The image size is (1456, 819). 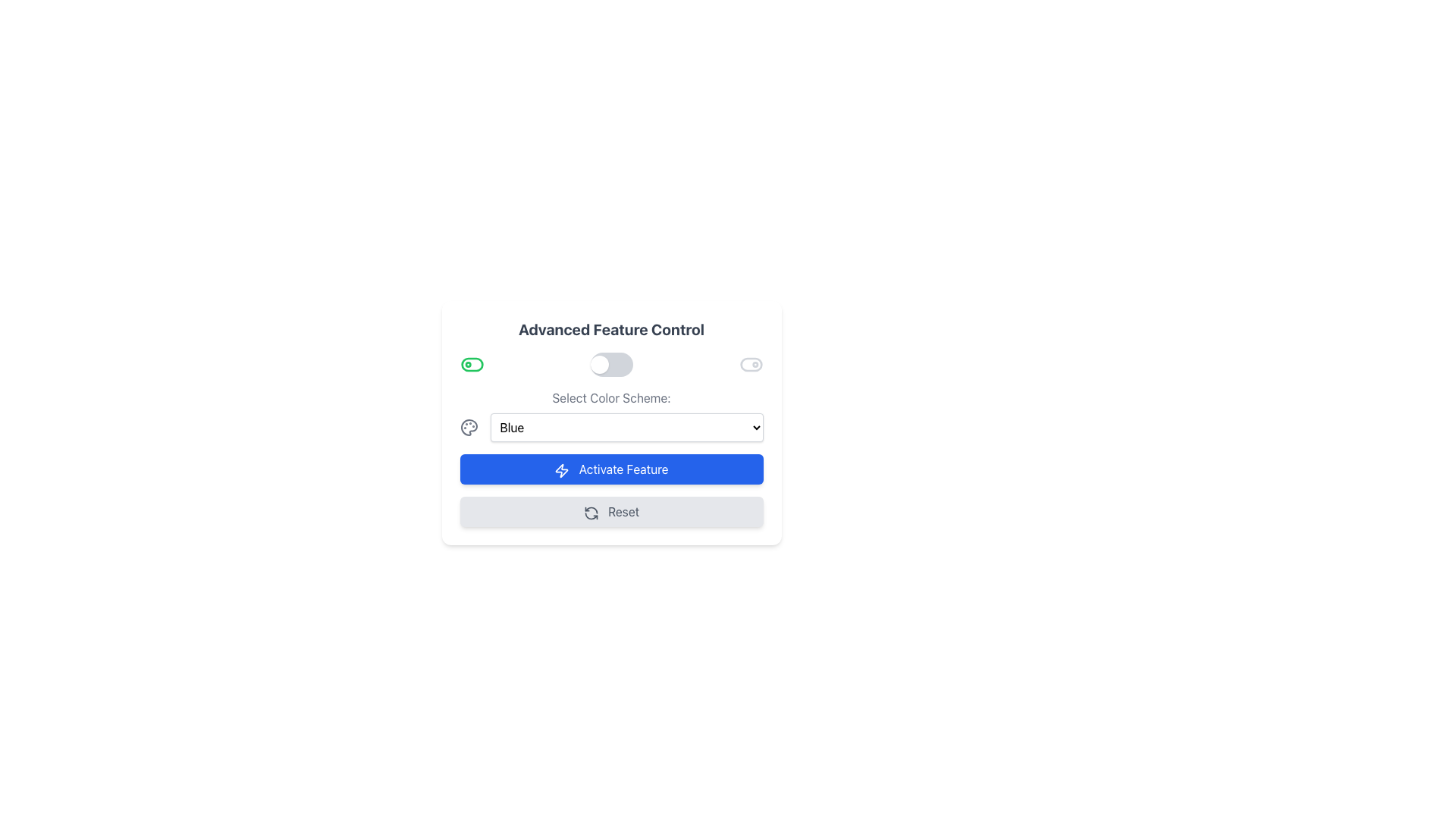 What do you see at coordinates (561, 469) in the screenshot?
I see `the lightning bolt icon, which is located` at bounding box center [561, 469].